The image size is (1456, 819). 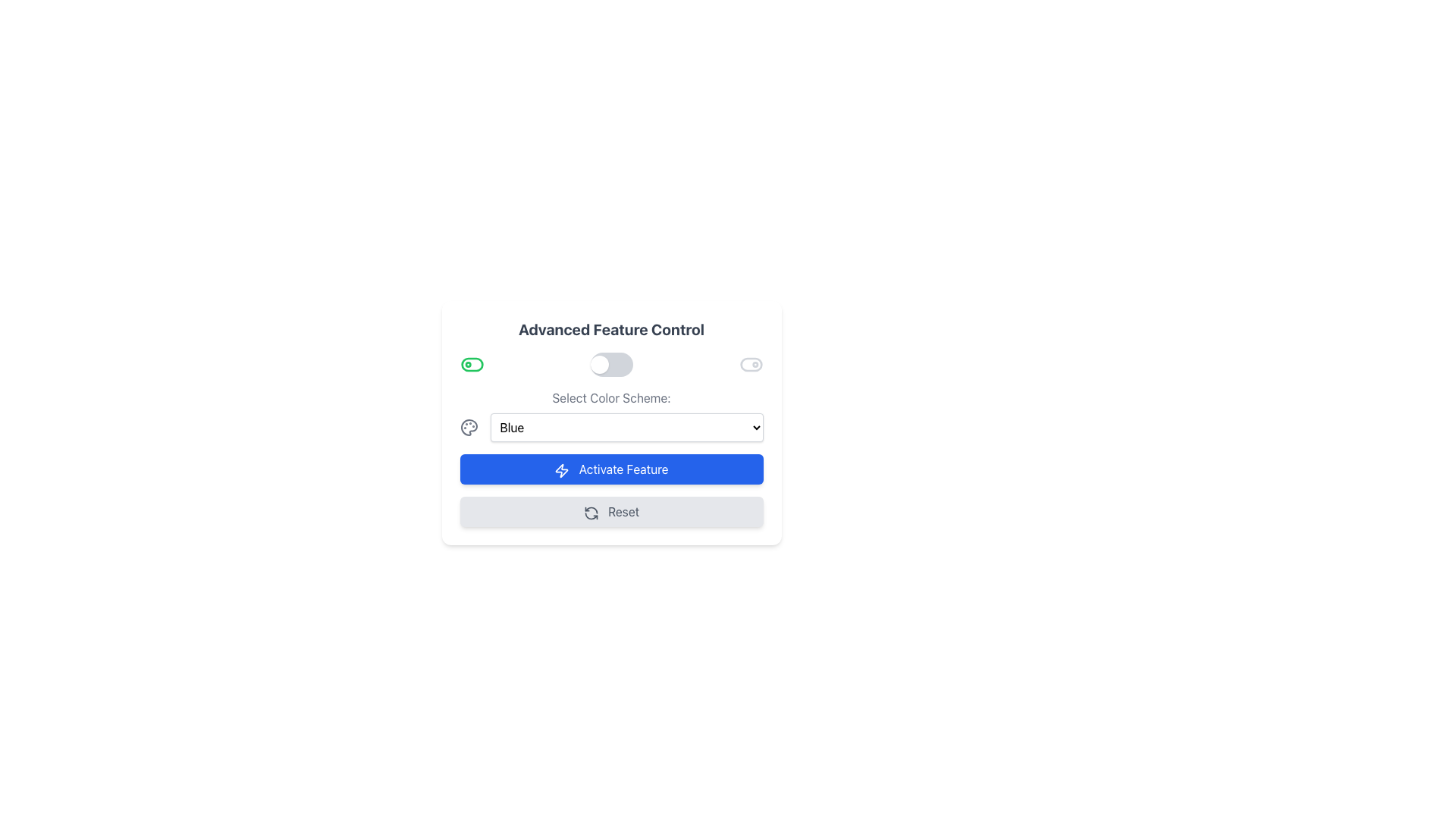 What do you see at coordinates (561, 469) in the screenshot?
I see `the lightning bolt icon, which is located` at bounding box center [561, 469].